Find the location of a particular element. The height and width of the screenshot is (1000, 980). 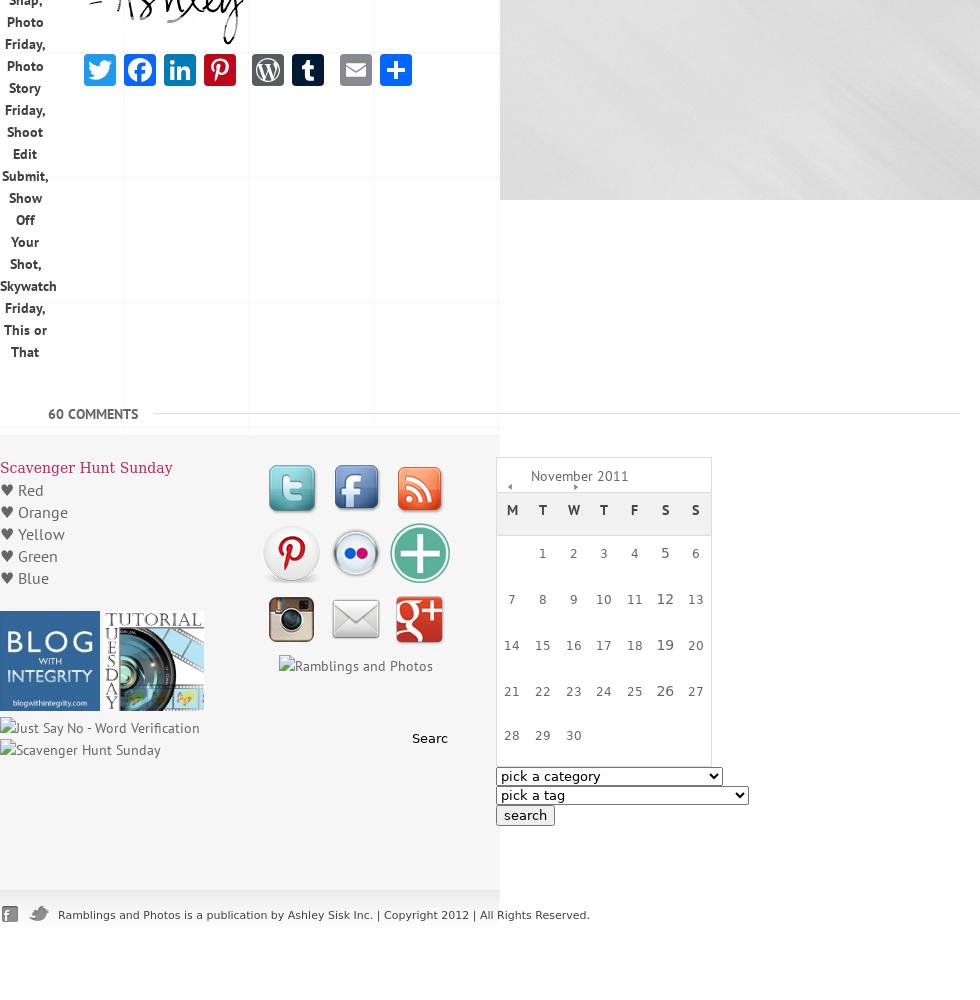

'18' is located at coordinates (635, 646).